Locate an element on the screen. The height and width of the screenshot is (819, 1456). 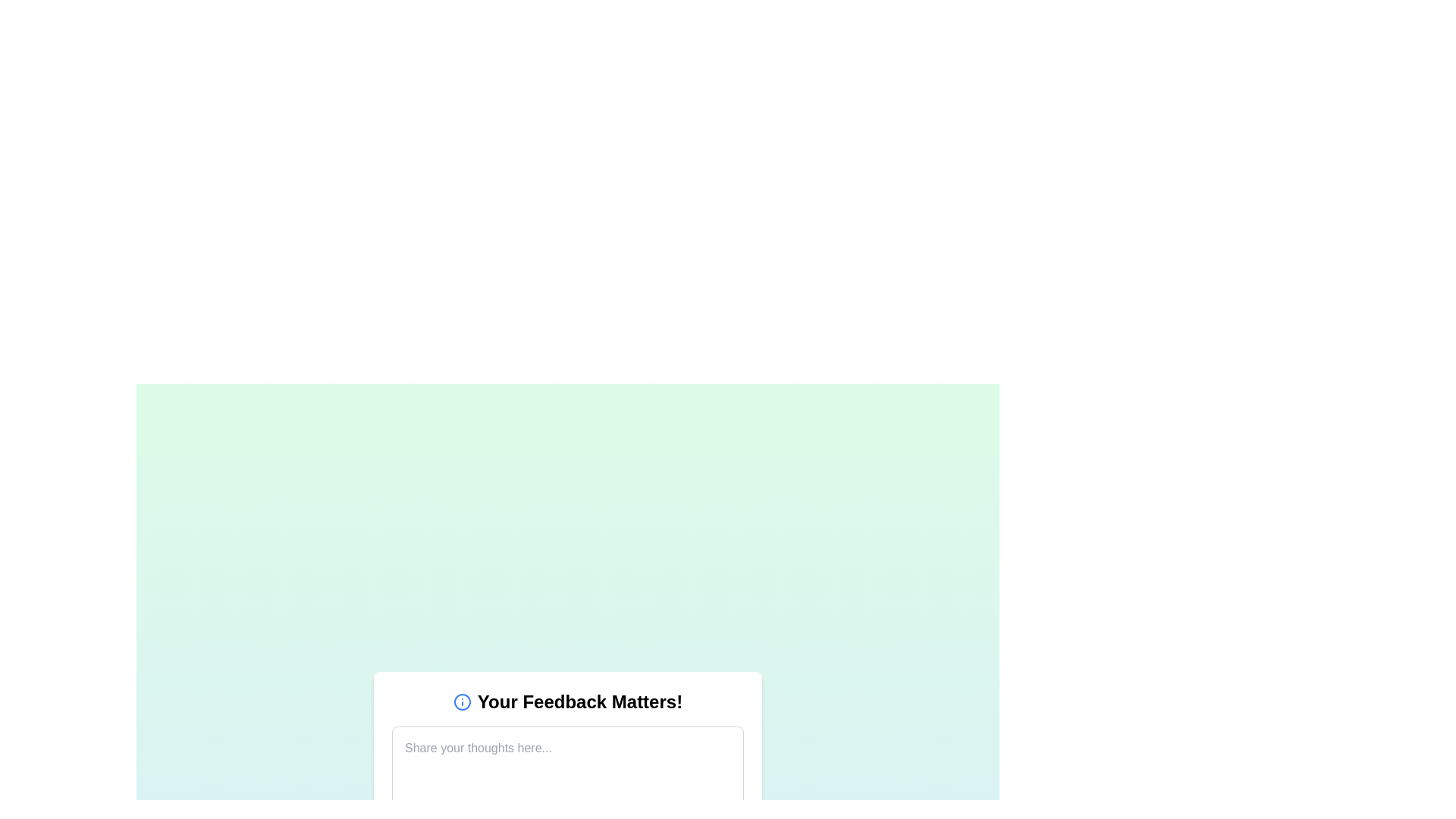
the Text label with an accompanying icon at the top of the feedback form, which serves as a header to emphasize the importance of user feedback is located at coordinates (566, 701).